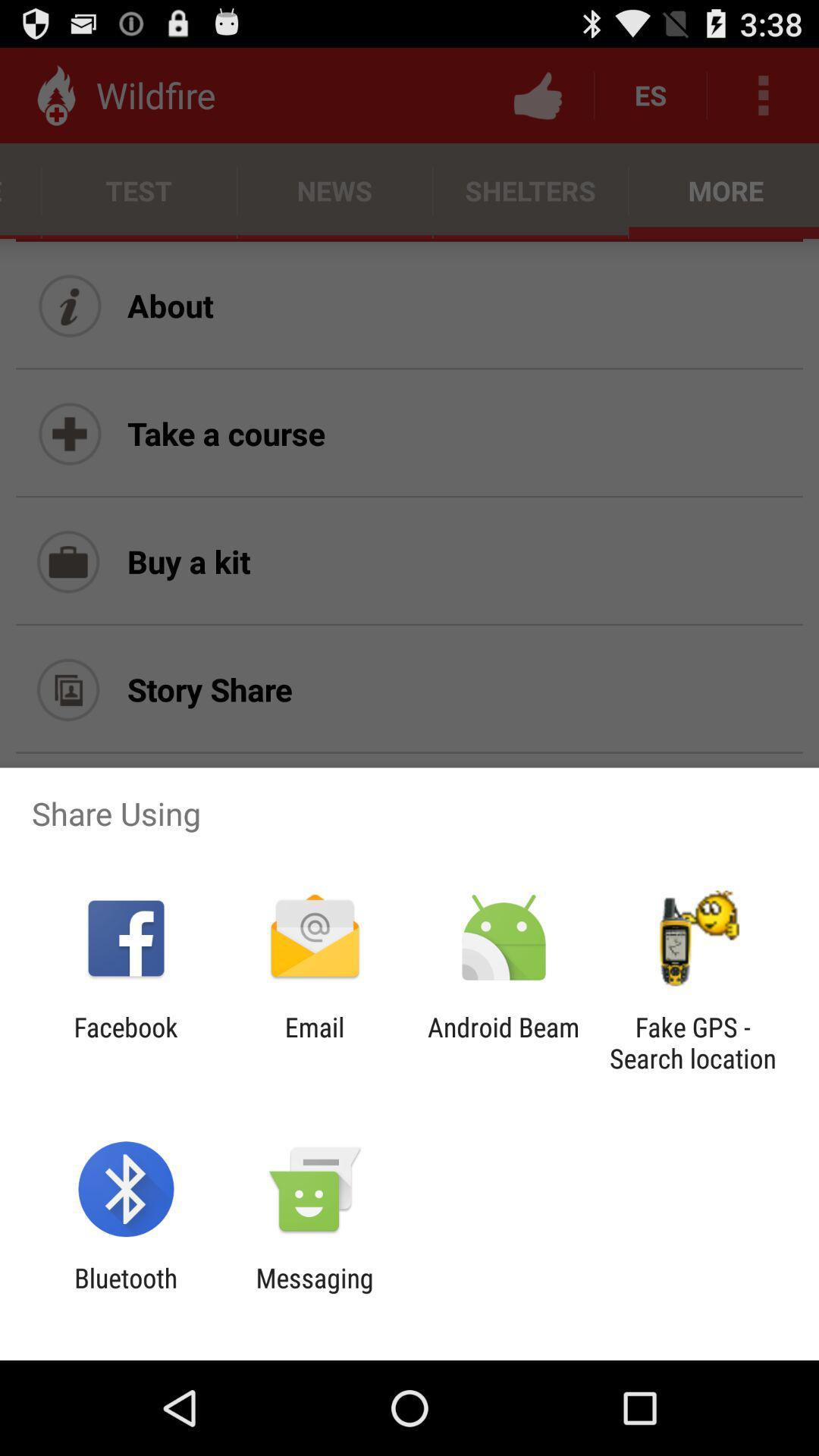  What do you see at coordinates (504, 1042) in the screenshot?
I see `item next to fake gps search icon` at bounding box center [504, 1042].